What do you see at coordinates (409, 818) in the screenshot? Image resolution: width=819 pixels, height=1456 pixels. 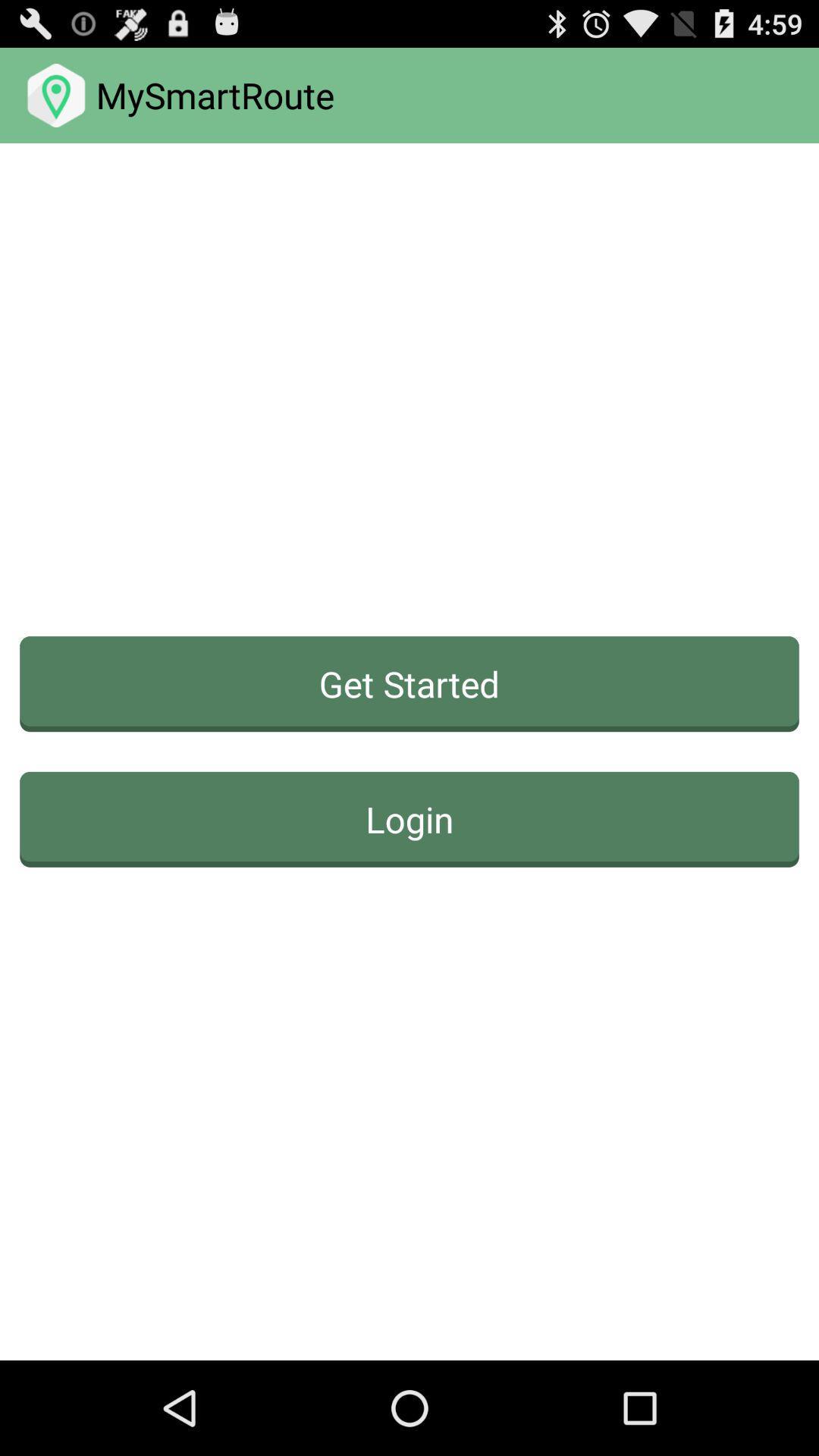 I see `the button below the get started item` at bounding box center [409, 818].